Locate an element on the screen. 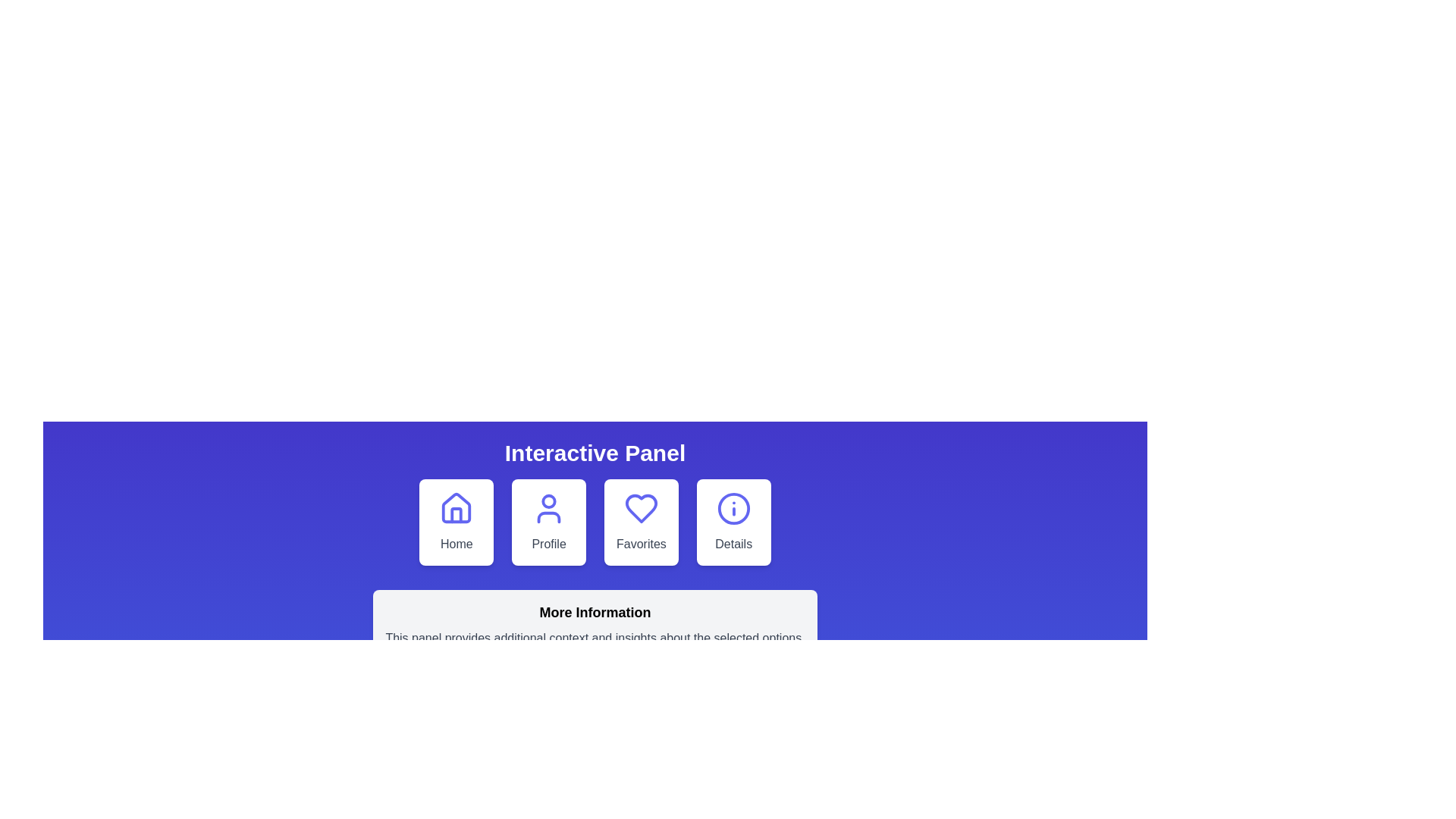 The image size is (1456, 819). the heart-shaped icon with an indigo-blue outline, which is the third item in the interactive panel below the 'Interactive Panel' heading is located at coordinates (641, 509).